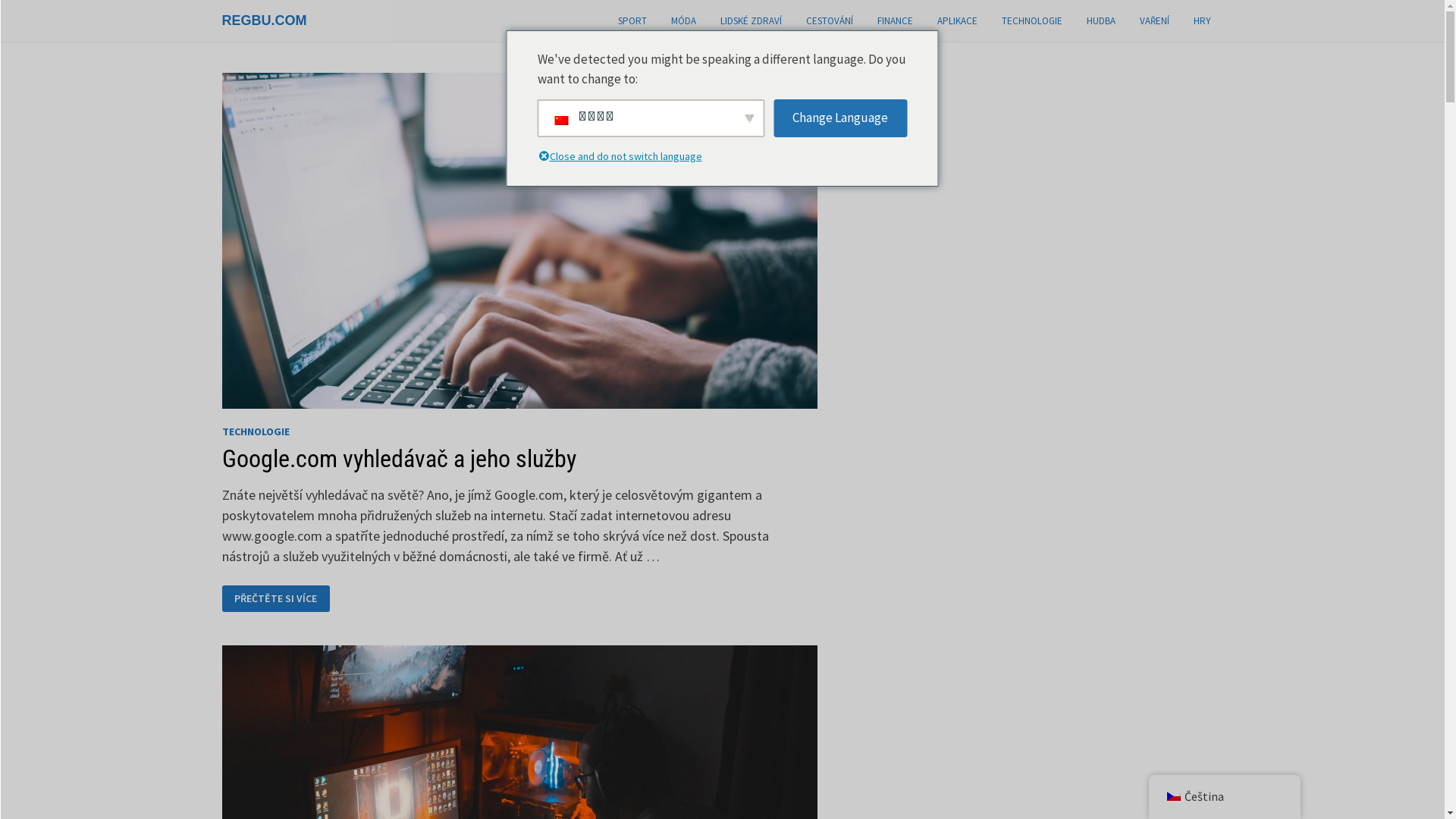  Describe the element at coordinates (632, 20) in the screenshot. I see `'SPORT'` at that location.